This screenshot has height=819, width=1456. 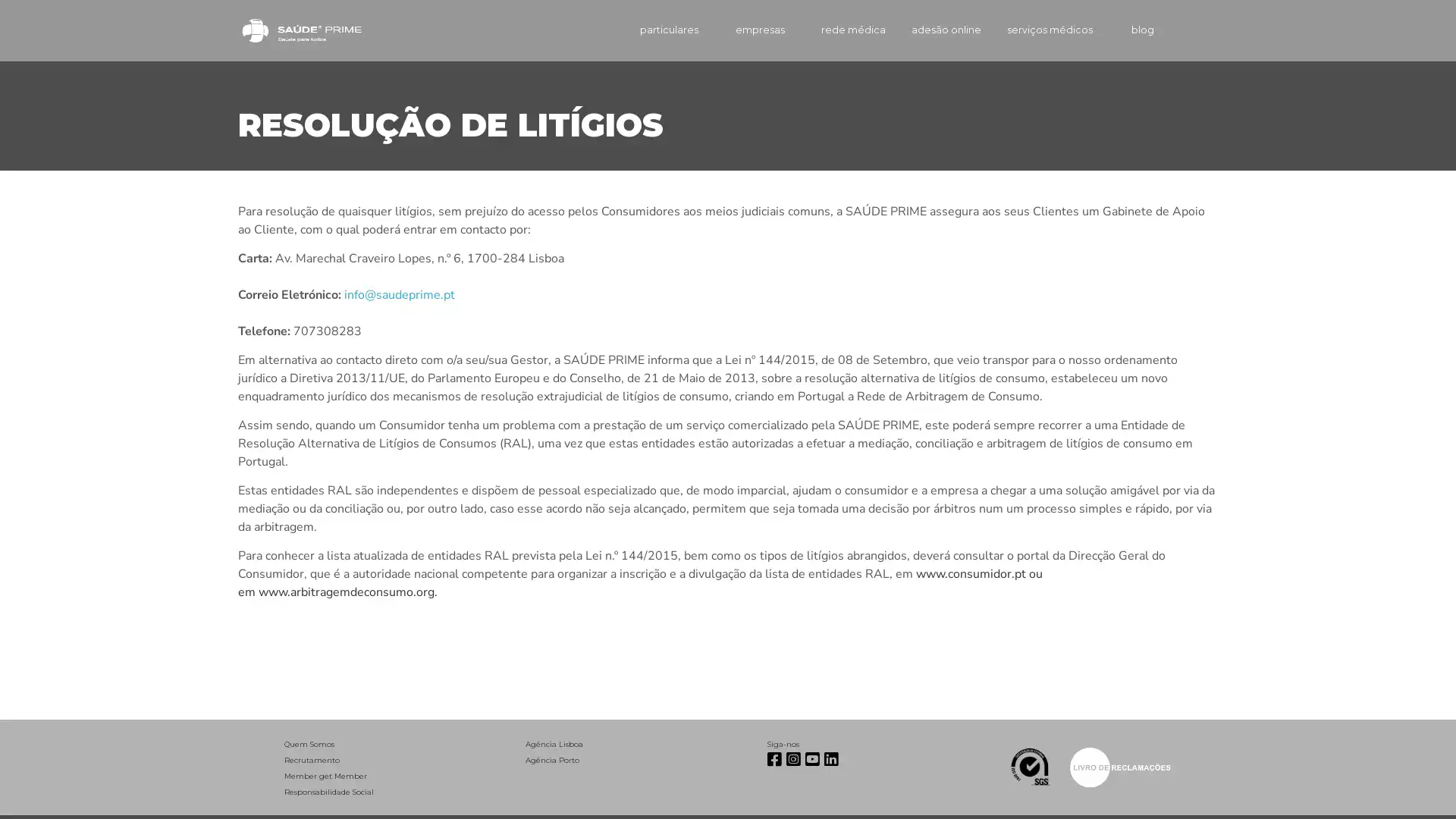 What do you see at coordinates (1040, 30) in the screenshot?
I see `servicos medicos` at bounding box center [1040, 30].